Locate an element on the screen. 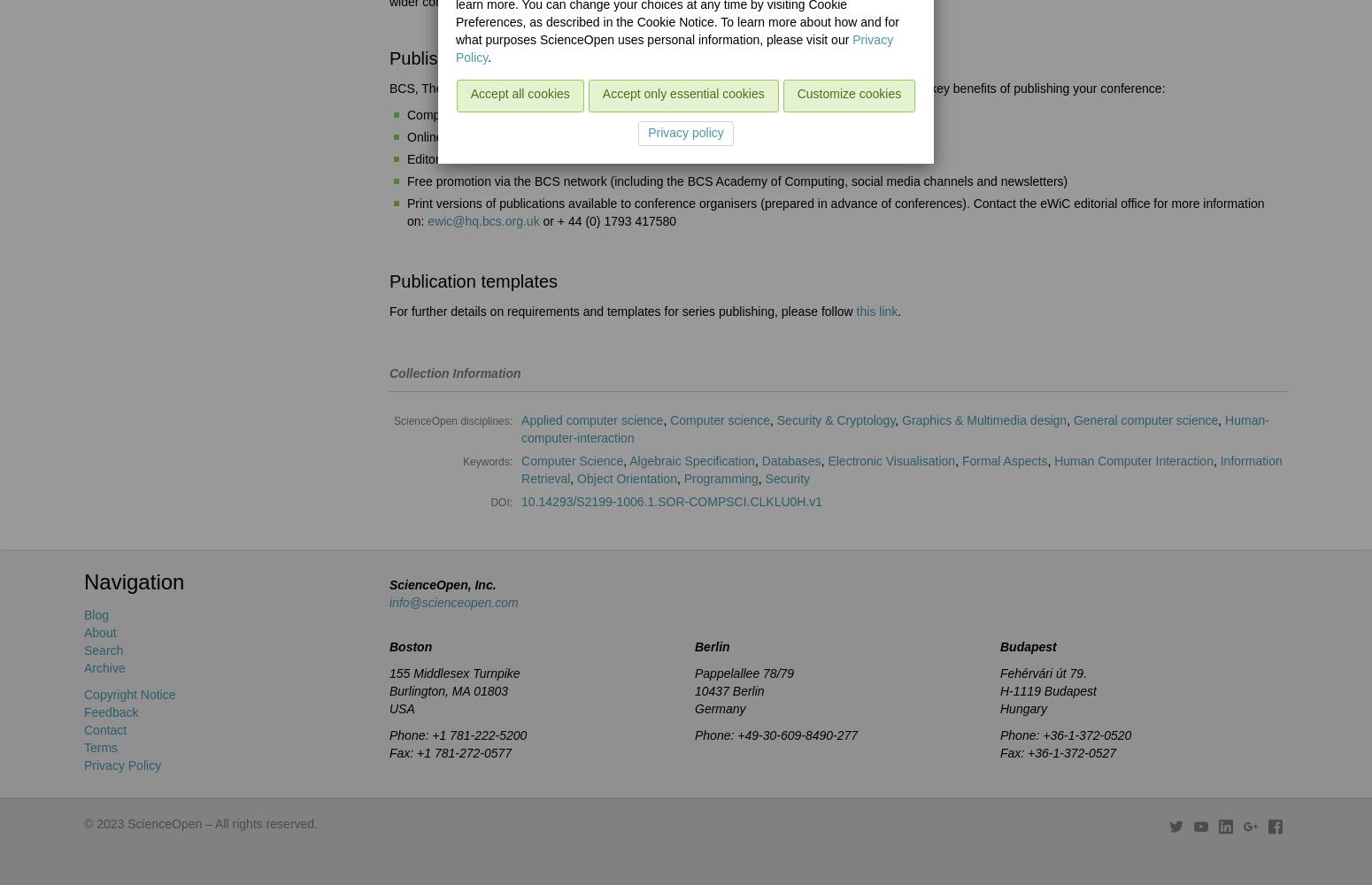  'Germany' is located at coordinates (694, 709).